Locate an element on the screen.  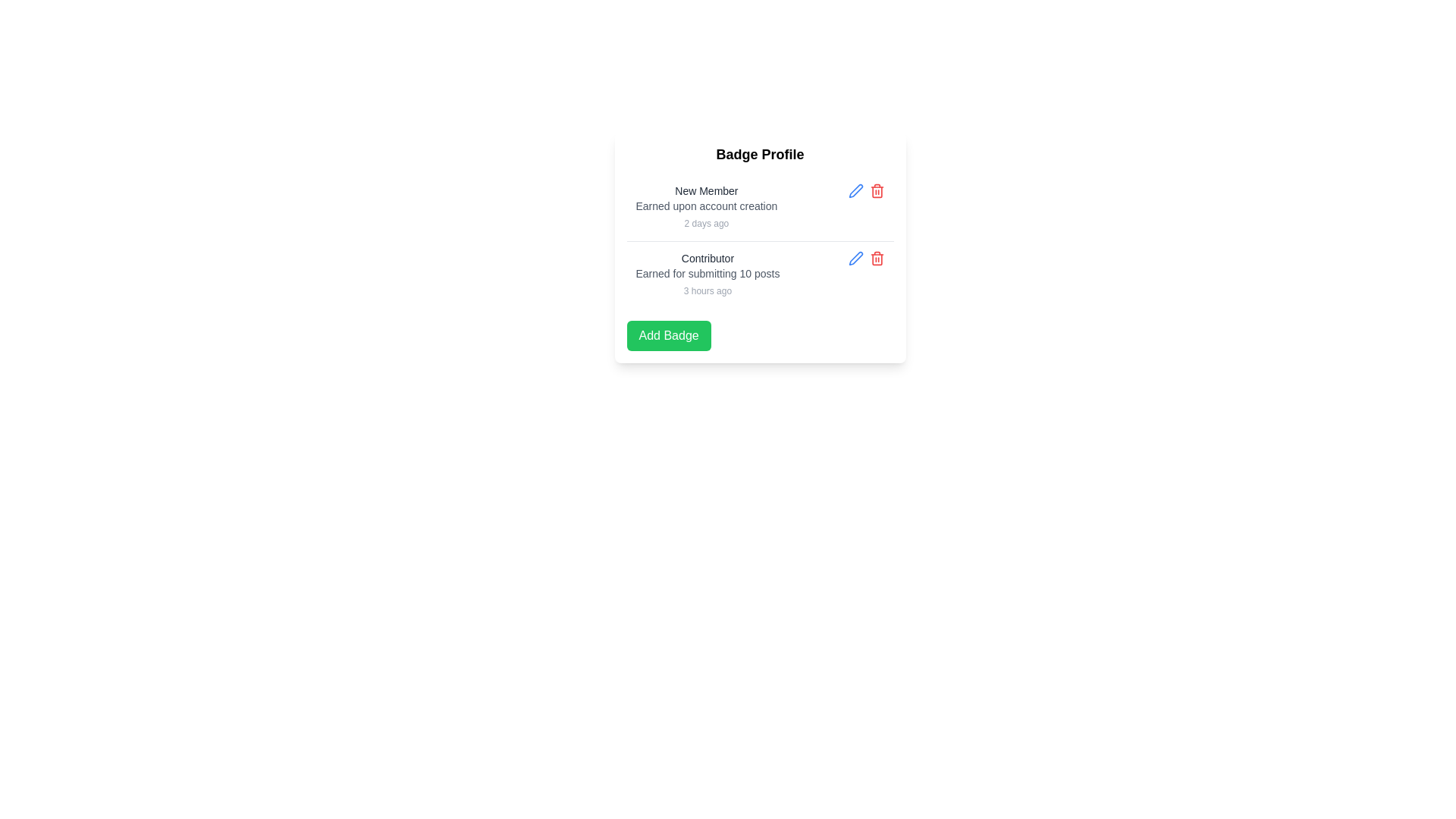
the text label that serves as the title for the 'New Member' badge within its information block in the 'Badge Profile' card is located at coordinates (705, 190).